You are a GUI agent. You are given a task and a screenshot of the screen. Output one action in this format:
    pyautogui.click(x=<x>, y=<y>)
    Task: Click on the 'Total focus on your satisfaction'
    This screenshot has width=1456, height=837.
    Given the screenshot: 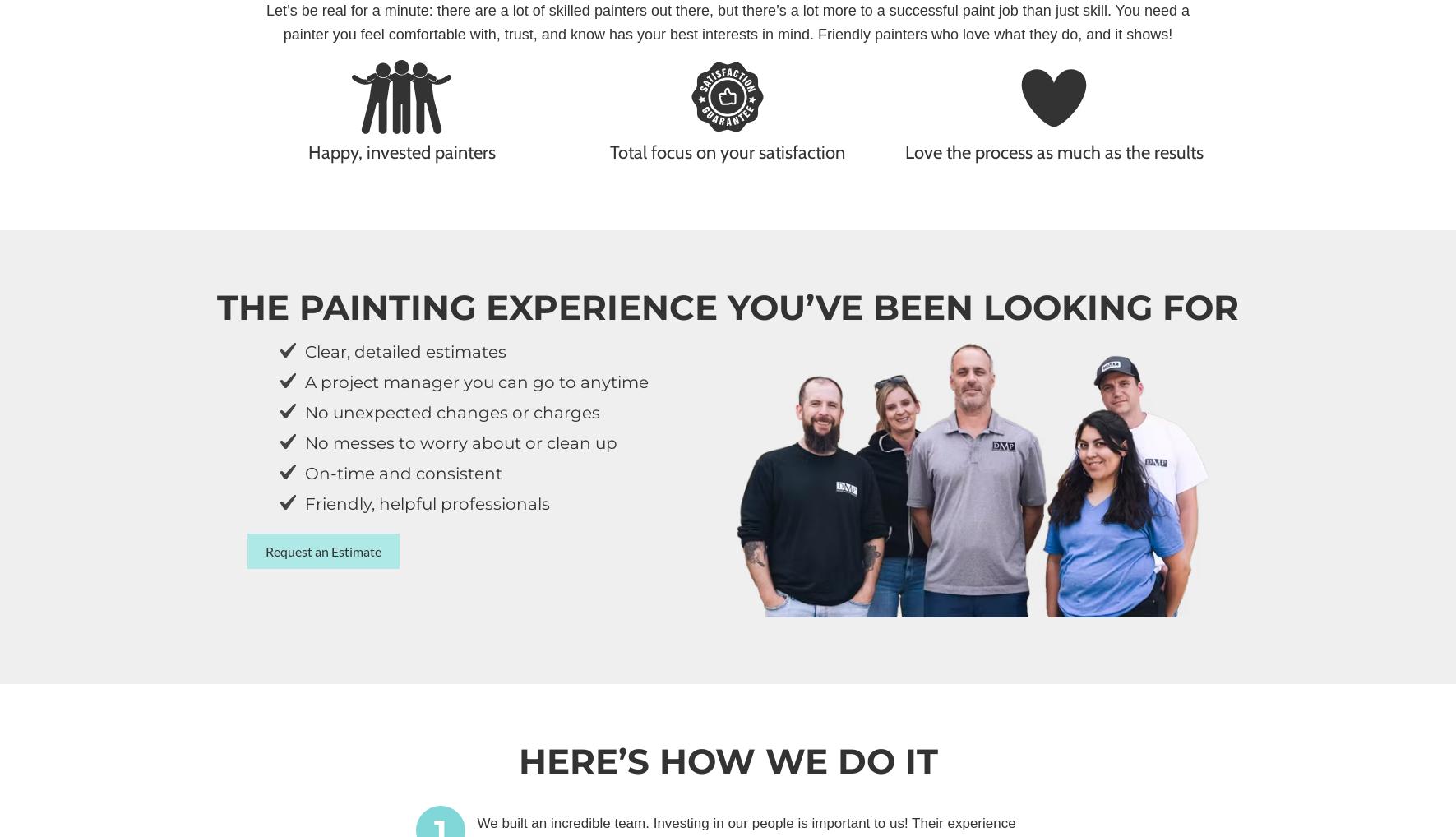 What is the action you would take?
    pyautogui.click(x=610, y=151)
    